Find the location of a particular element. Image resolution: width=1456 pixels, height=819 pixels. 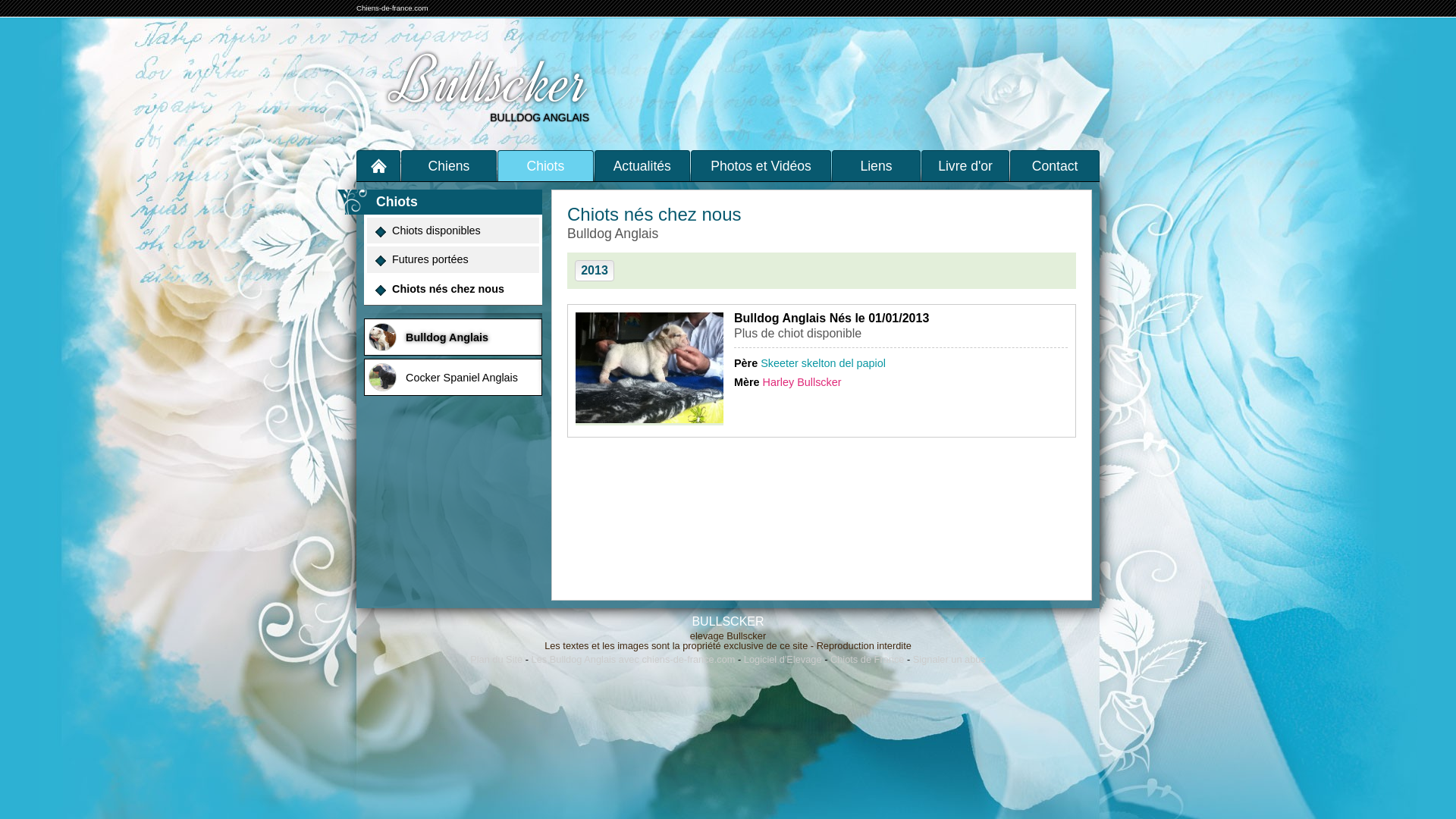

'Chiens-de-france.com' is located at coordinates (392, 8).